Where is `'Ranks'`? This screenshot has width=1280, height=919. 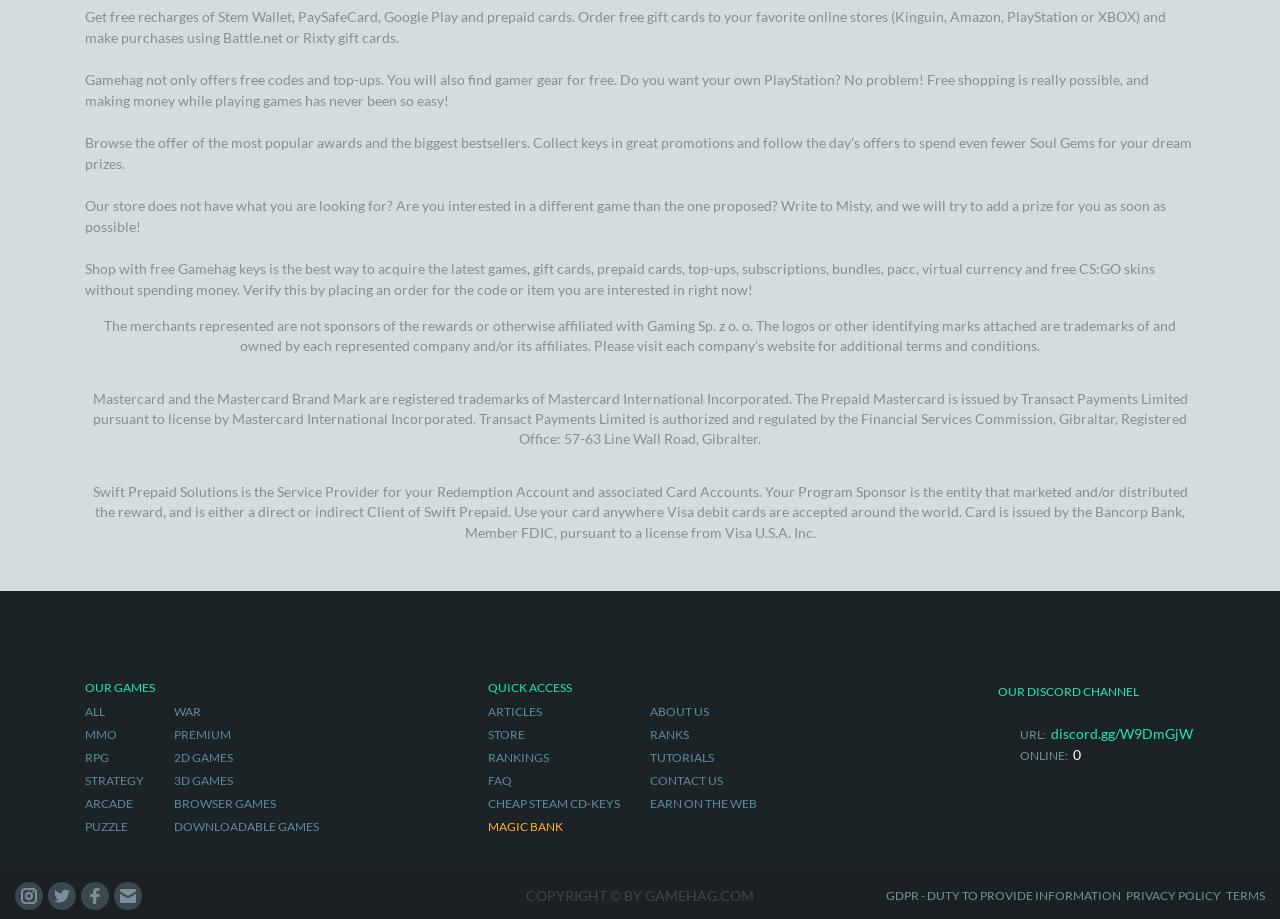
'Ranks' is located at coordinates (668, 206).